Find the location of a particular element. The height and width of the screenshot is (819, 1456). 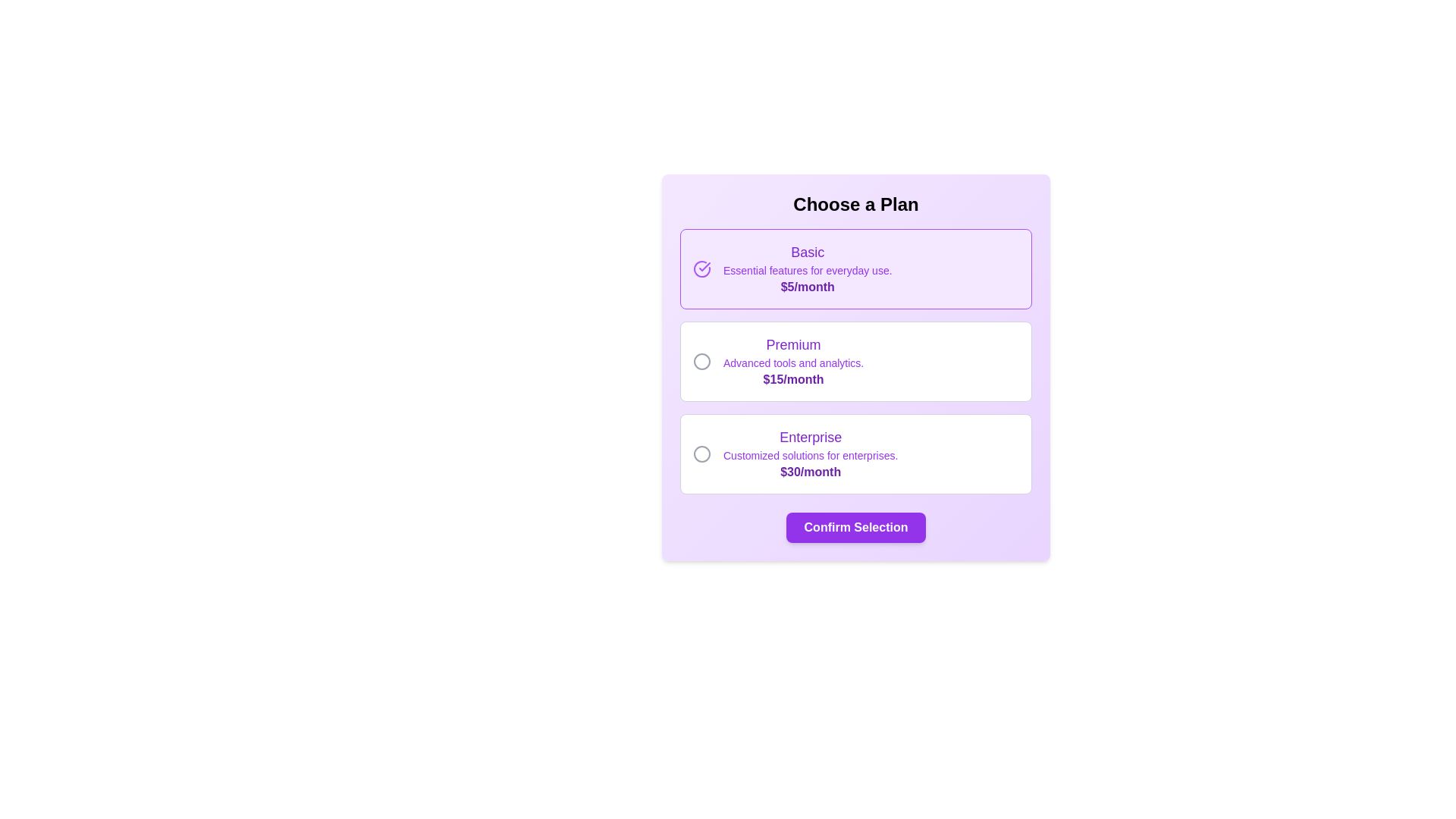

the 'Premium' subscription plan card, which is the second item in a vertical list of subscription options is located at coordinates (855, 362).